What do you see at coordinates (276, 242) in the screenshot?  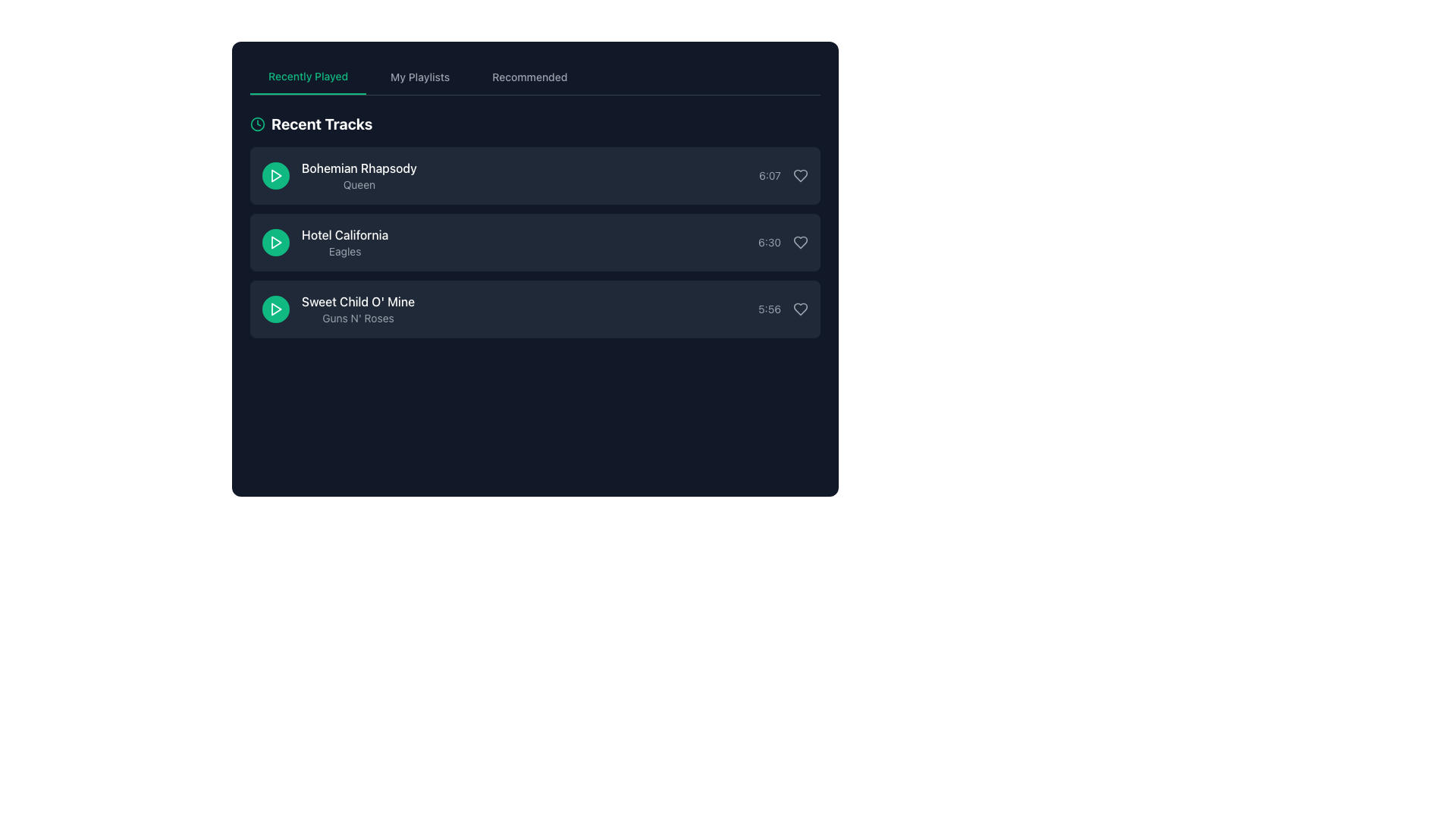 I see `the triangular play button icon contained within a circular green background, located next to the track titled 'Hotel California' by the Eagles` at bounding box center [276, 242].